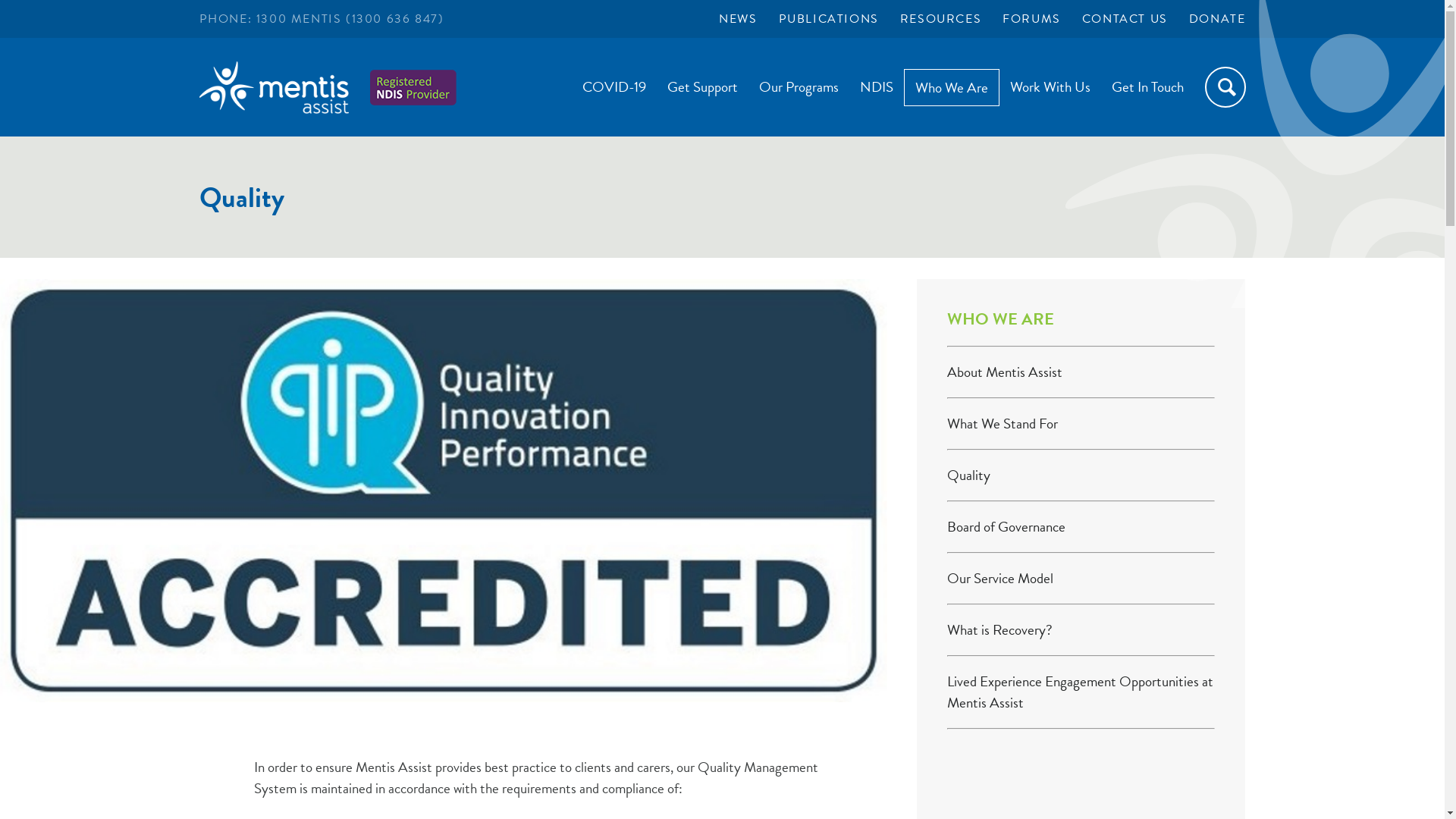 The width and height of the screenshot is (1456, 819). What do you see at coordinates (413, 87) in the screenshot?
I see `'Registered NDIS Provider'` at bounding box center [413, 87].